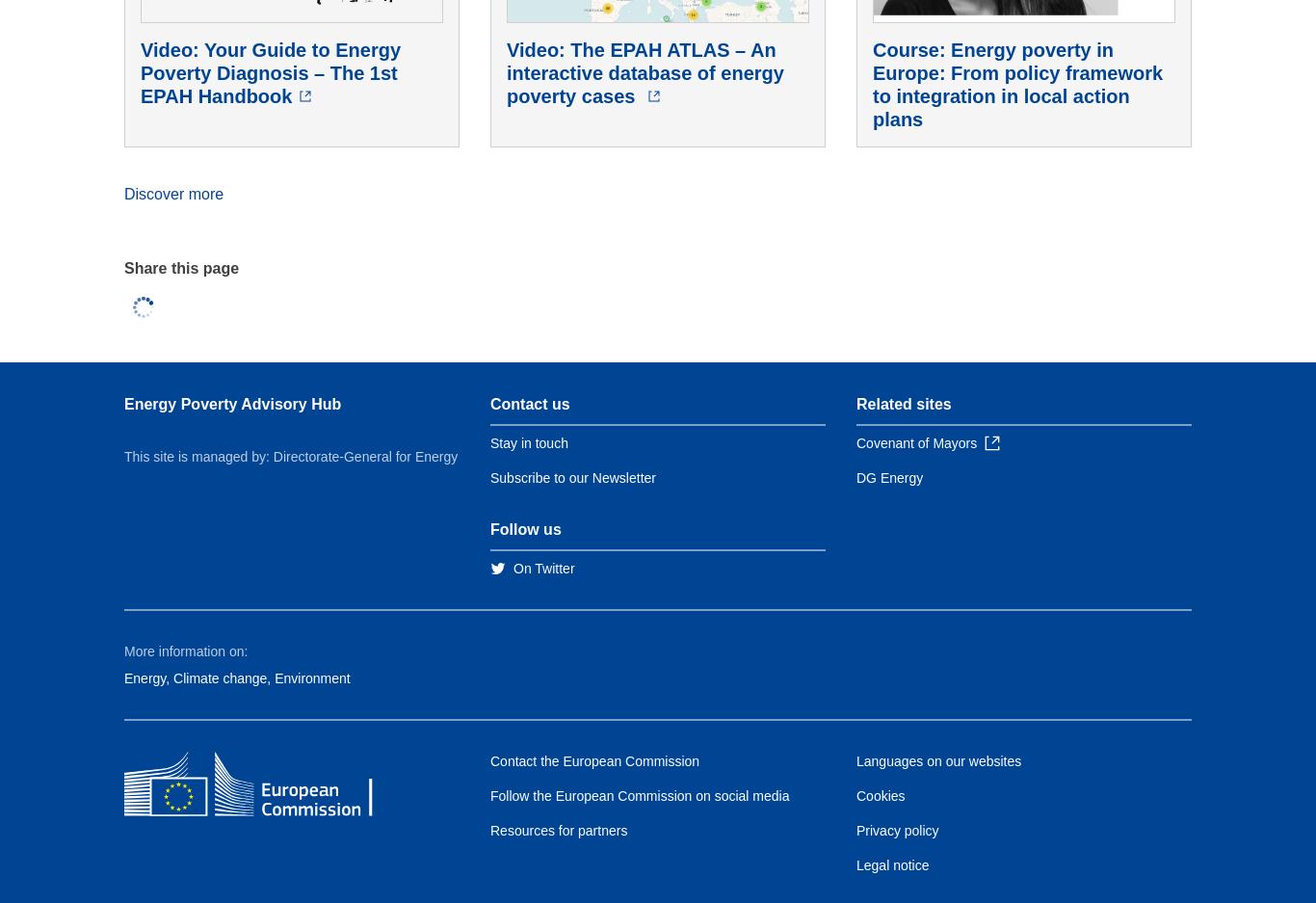 This screenshot has width=1316, height=903. What do you see at coordinates (639, 794) in the screenshot?
I see `'Follow the European Commission on social media'` at bounding box center [639, 794].